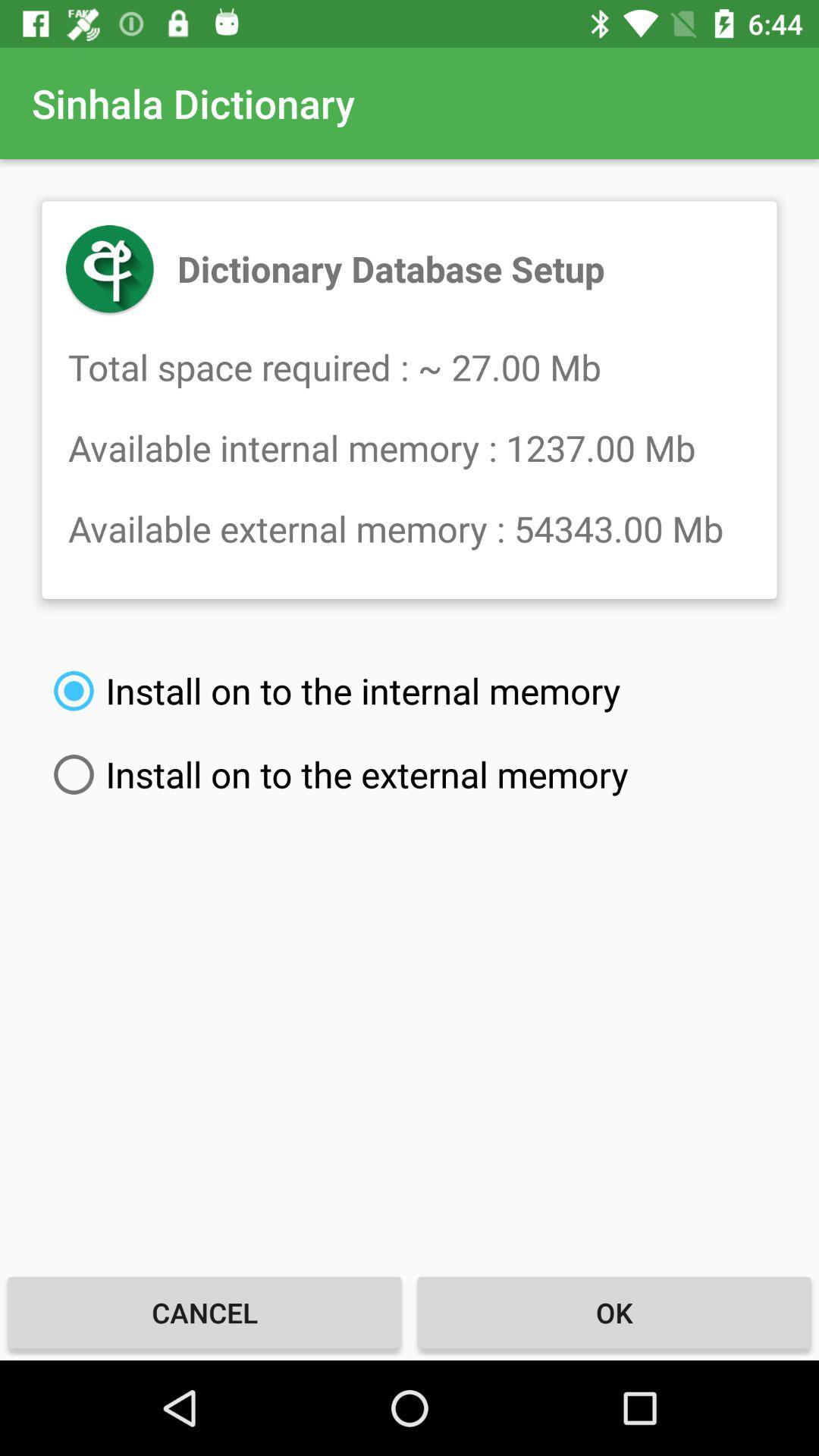 The image size is (819, 1456). What do you see at coordinates (205, 1312) in the screenshot?
I see `the item next to the ok item` at bounding box center [205, 1312].